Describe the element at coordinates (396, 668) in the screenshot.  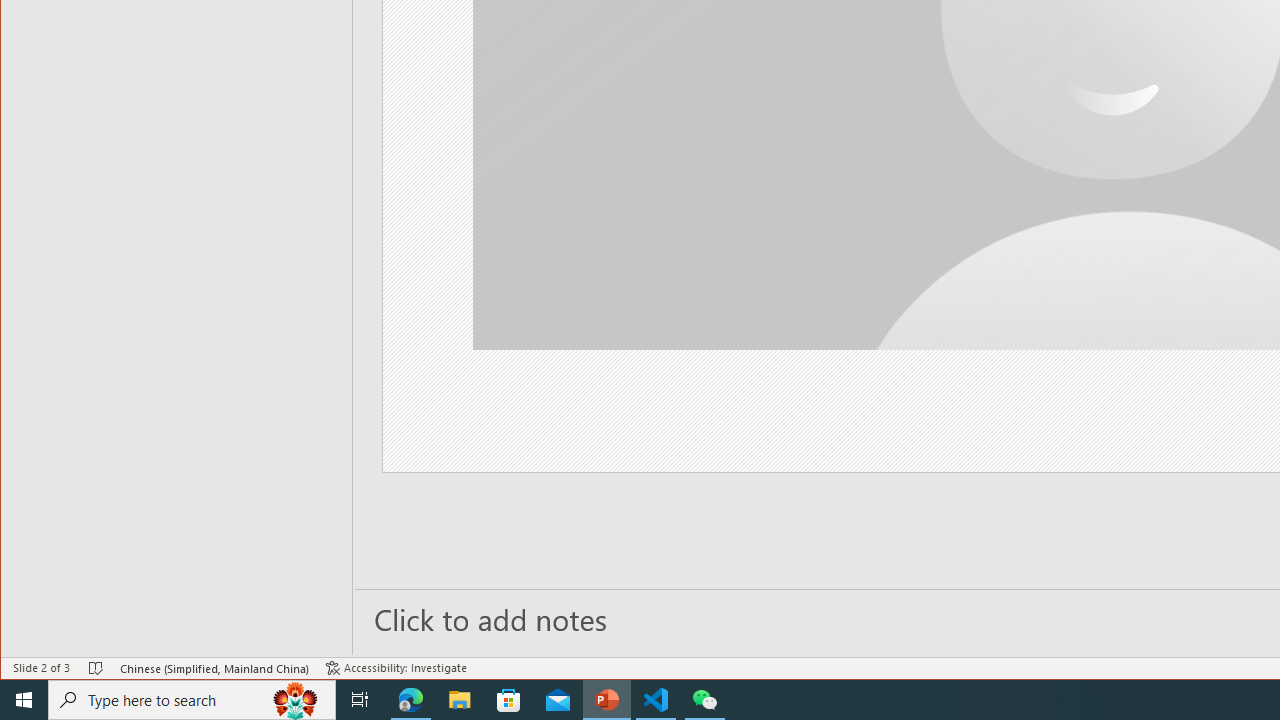
I see `'Accessibility Checker Accessibility: Investigate'` at that location.